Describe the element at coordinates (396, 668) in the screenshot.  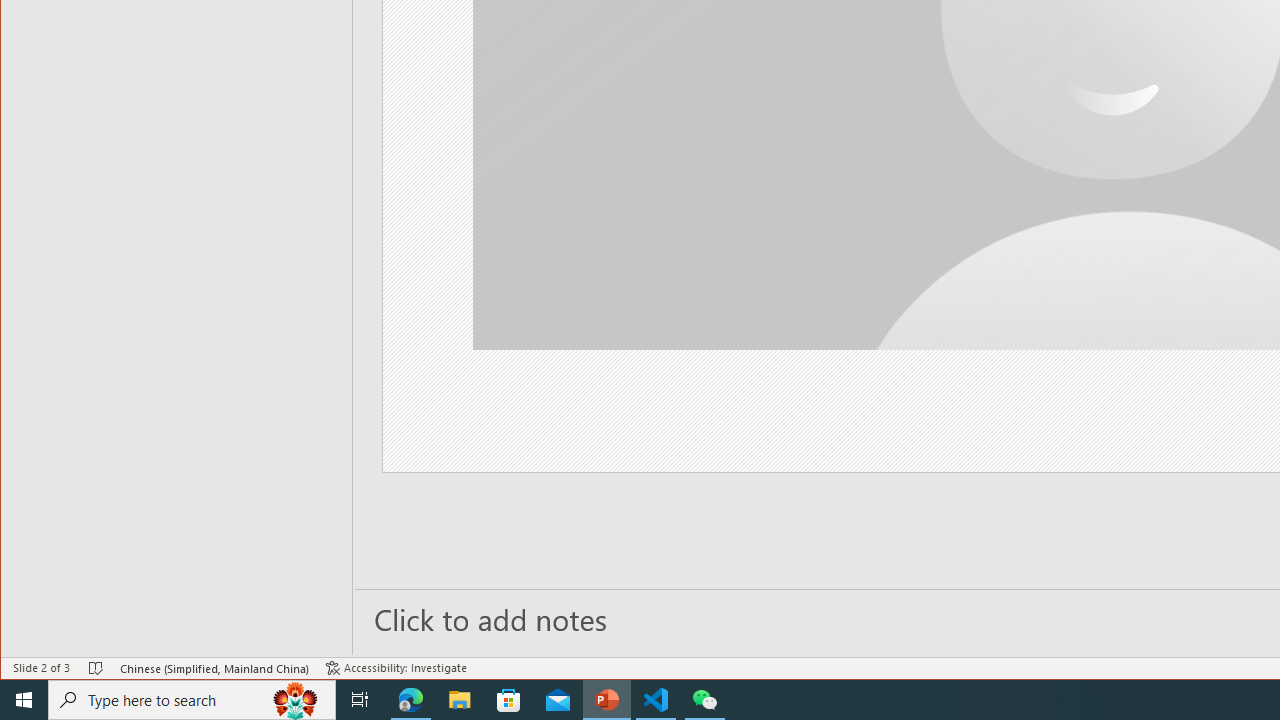
I see `'Accessibility Checker Accessibility: Investigate'` at that location.